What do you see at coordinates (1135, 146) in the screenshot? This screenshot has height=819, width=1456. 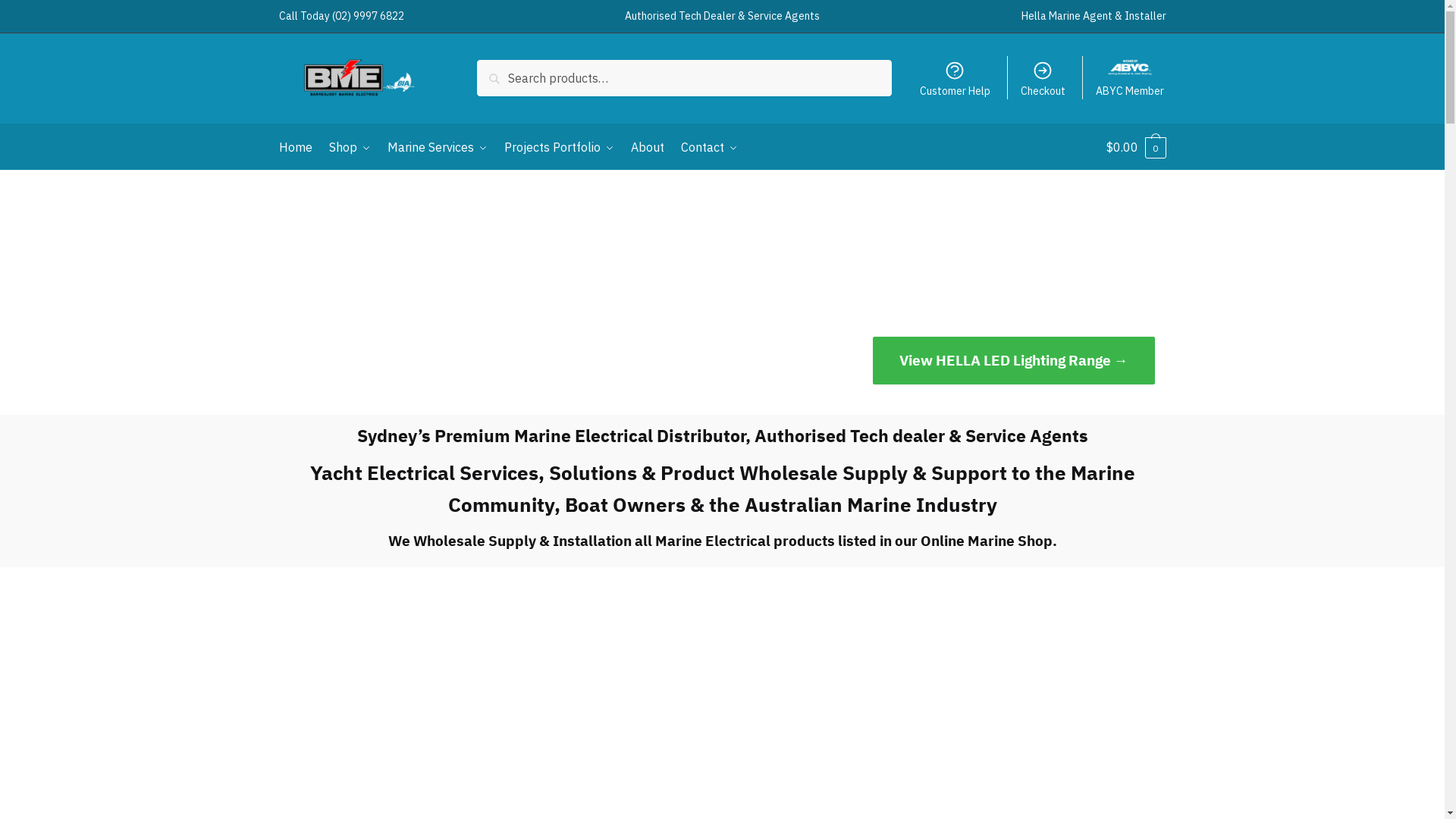 I see `'$0.00 0'` at bounding box center [1135, 146].